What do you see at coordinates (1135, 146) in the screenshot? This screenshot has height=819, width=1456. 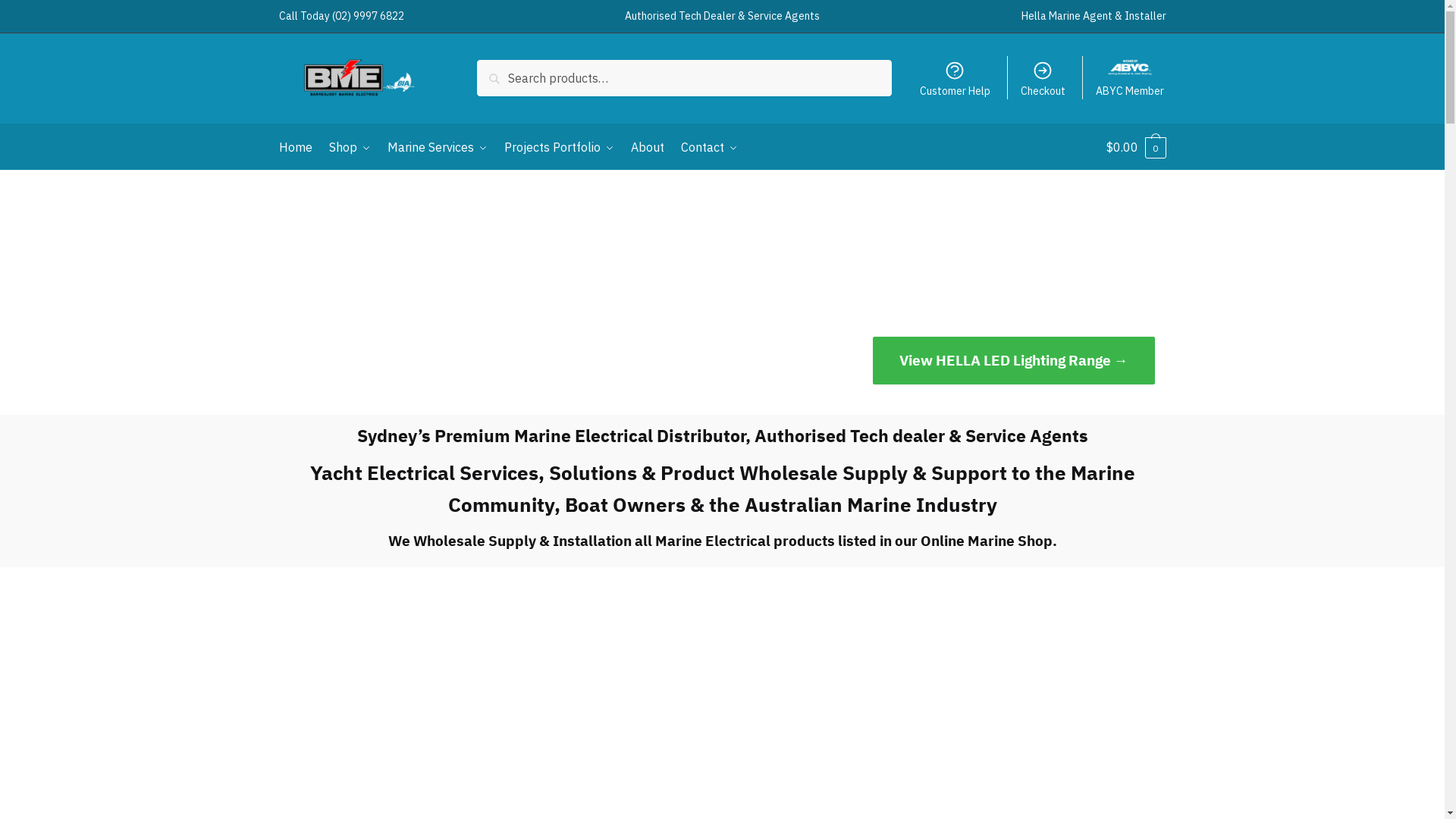 I see `'$0.00 0'` at bounding box center [1135, 146].